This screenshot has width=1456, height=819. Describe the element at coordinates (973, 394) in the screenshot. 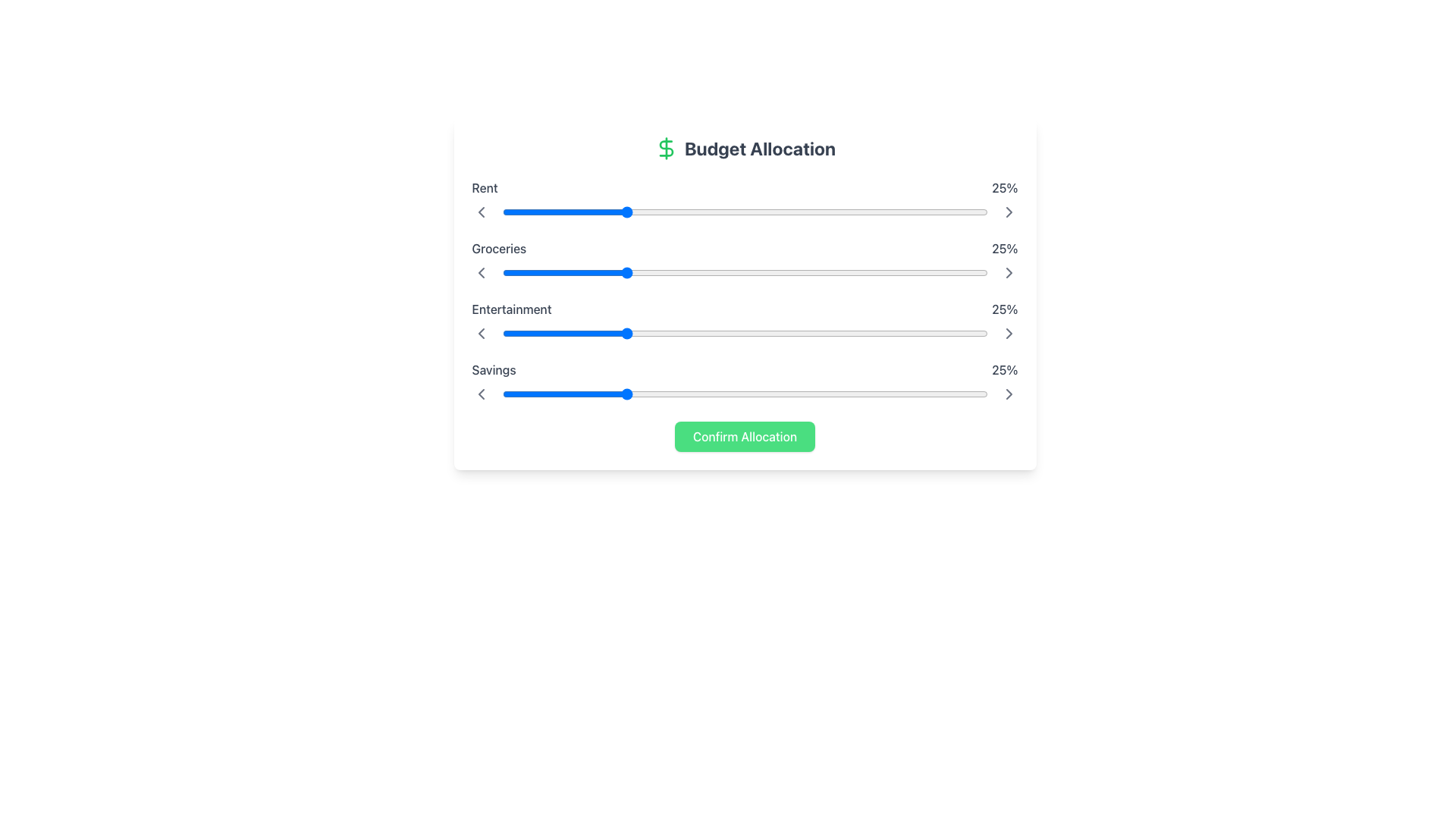

I see `the slider value` at that location.